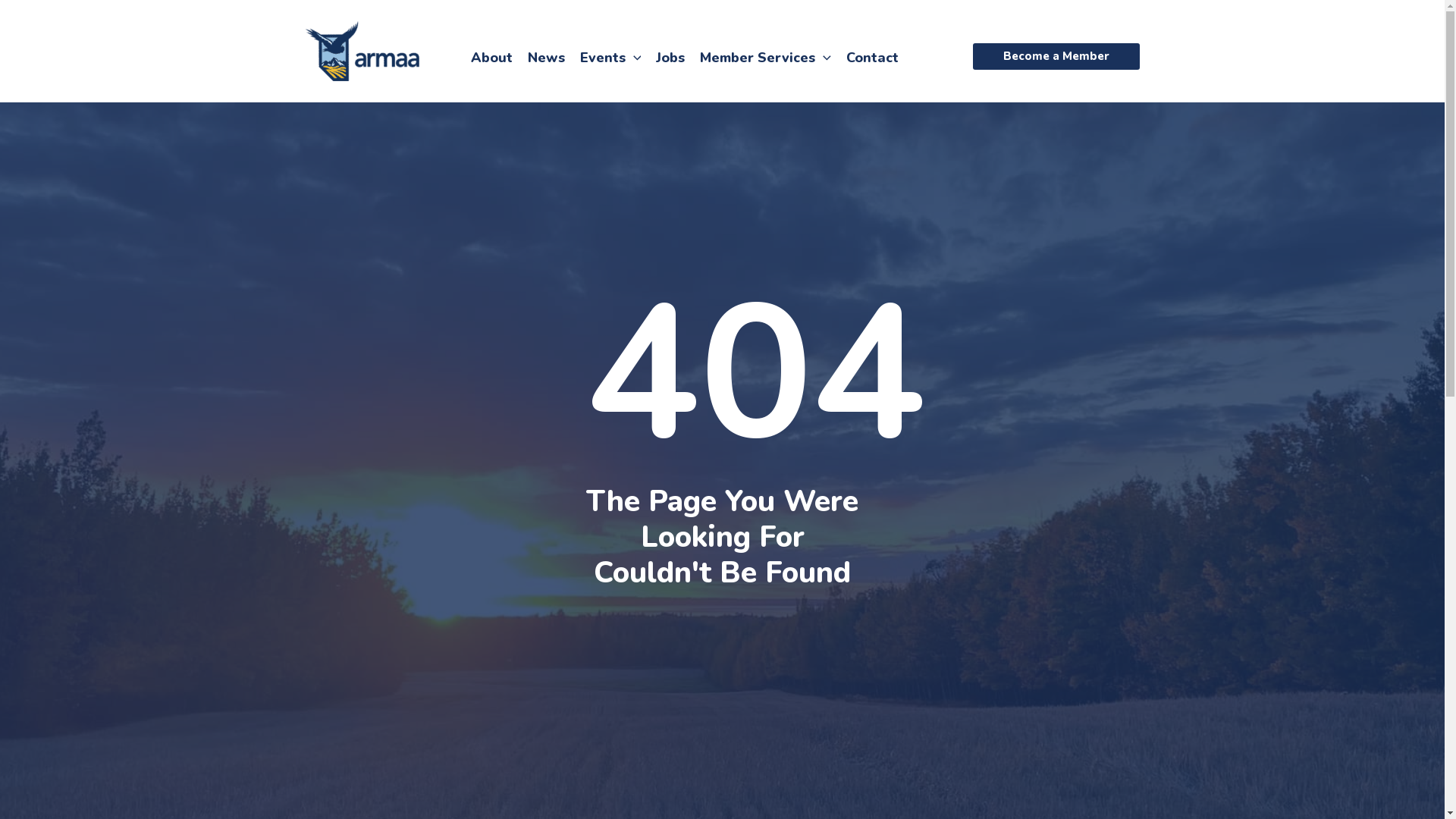 The height and width of the screenshot is (819, 1456). Describe the element at coordinates (610, 55) in the screenshot. I see `'Events'` at that location.